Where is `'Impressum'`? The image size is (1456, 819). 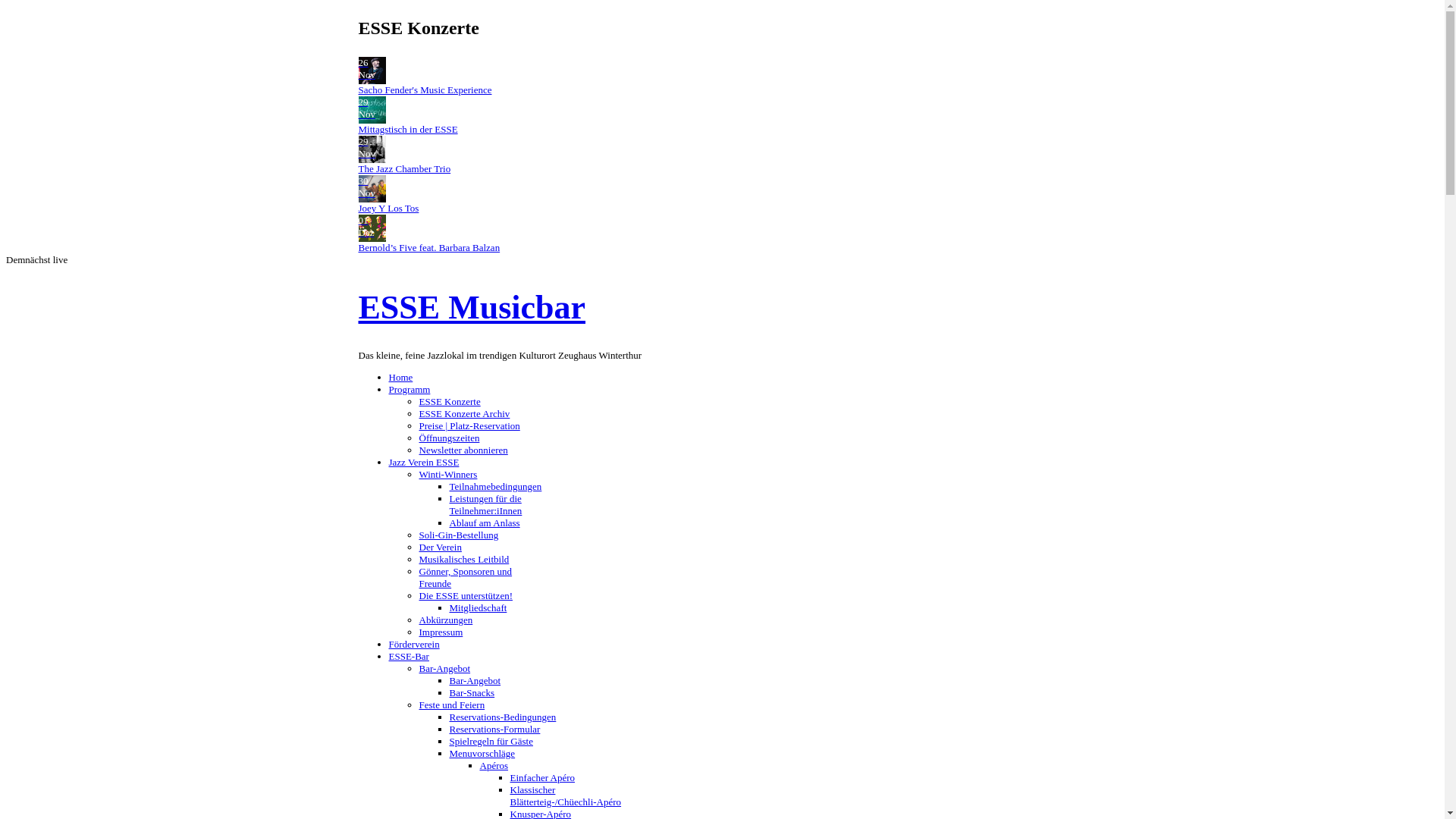
'Impressum' is located at coordinates (439, 632).